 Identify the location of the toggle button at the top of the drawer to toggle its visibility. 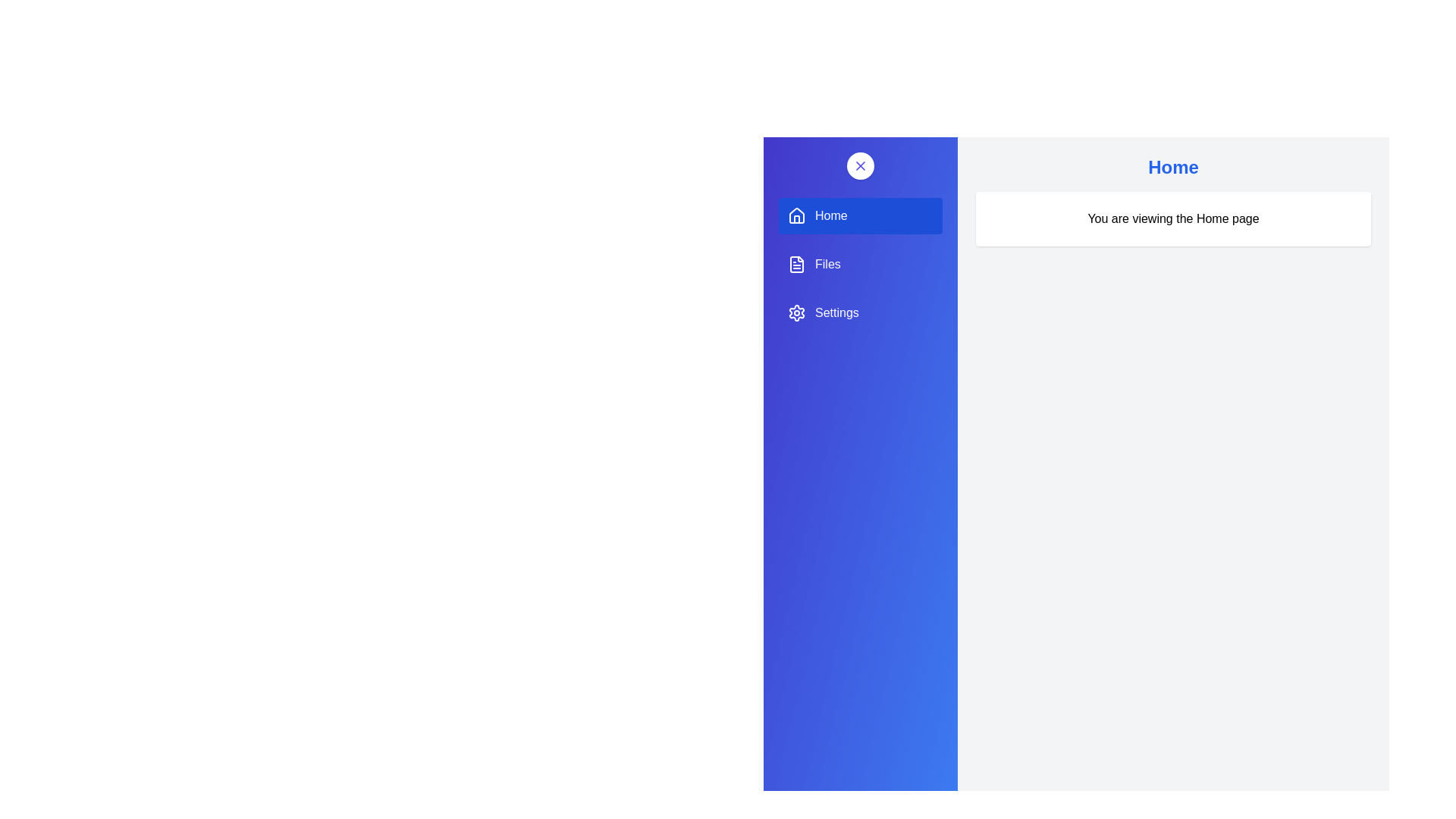
(860, 166).